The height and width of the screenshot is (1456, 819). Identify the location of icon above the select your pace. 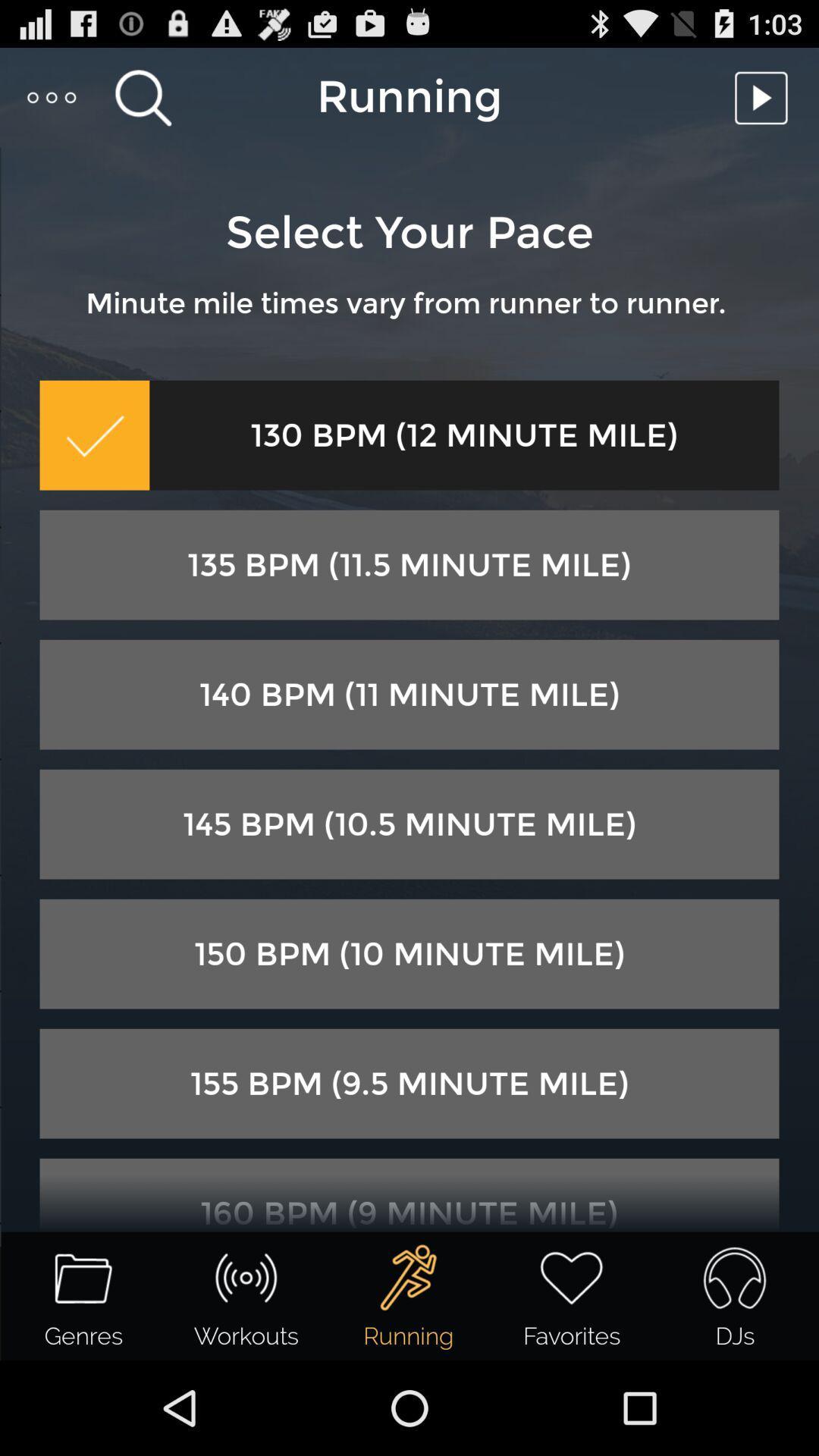
(52, 96).